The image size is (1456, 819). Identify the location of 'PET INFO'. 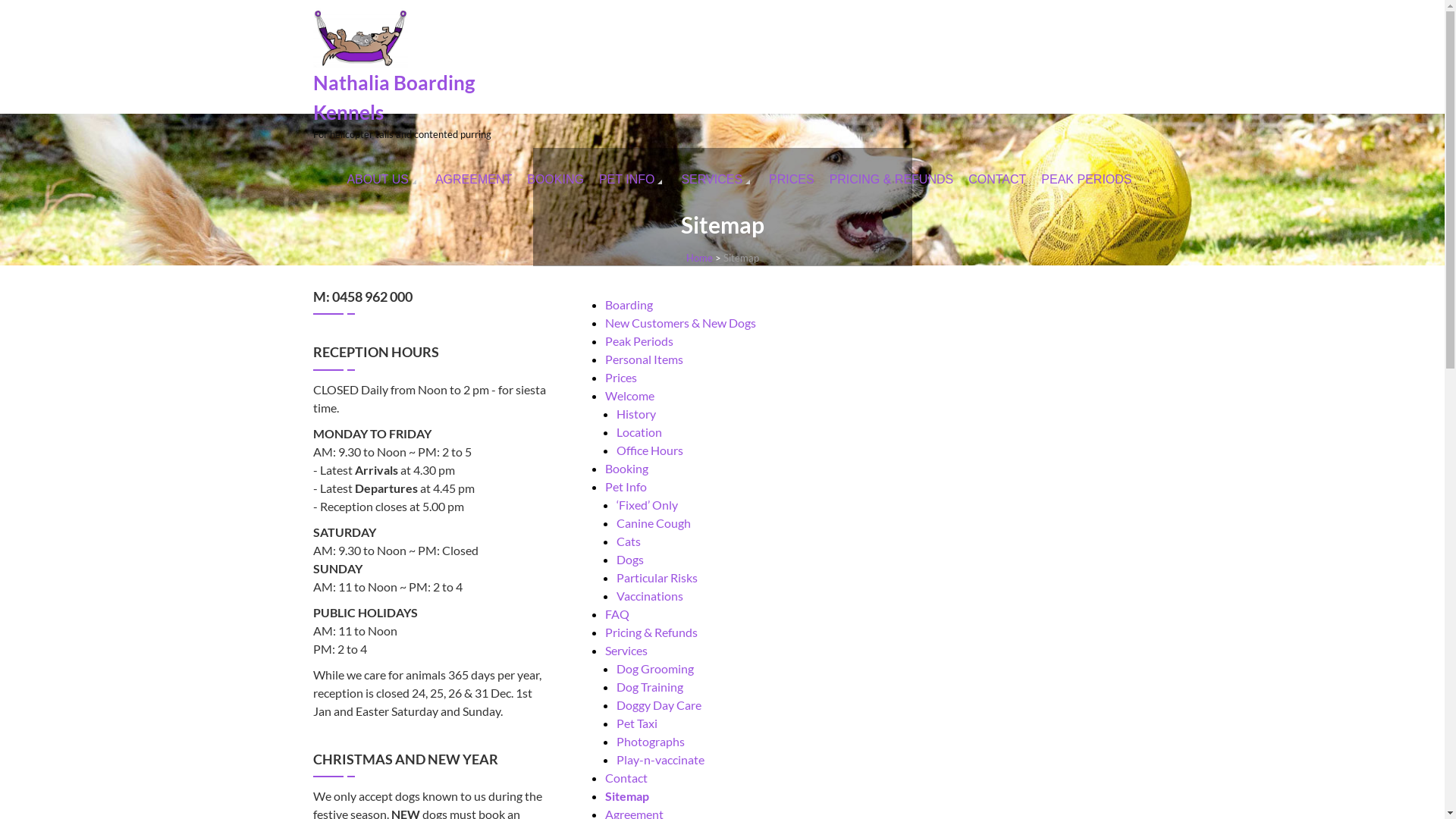
(632, 178).